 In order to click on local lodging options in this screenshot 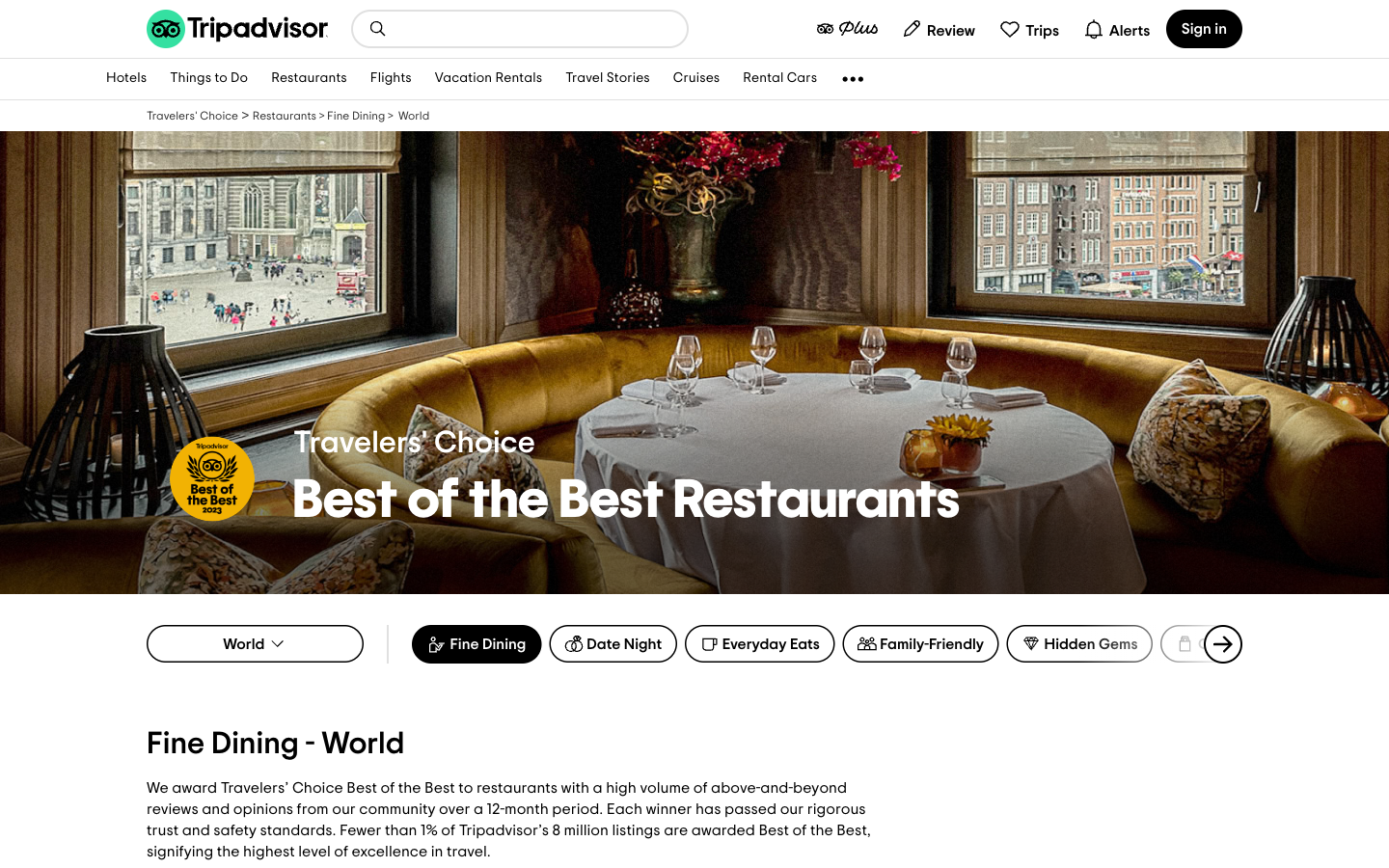, I will do `click(376, 27)`.